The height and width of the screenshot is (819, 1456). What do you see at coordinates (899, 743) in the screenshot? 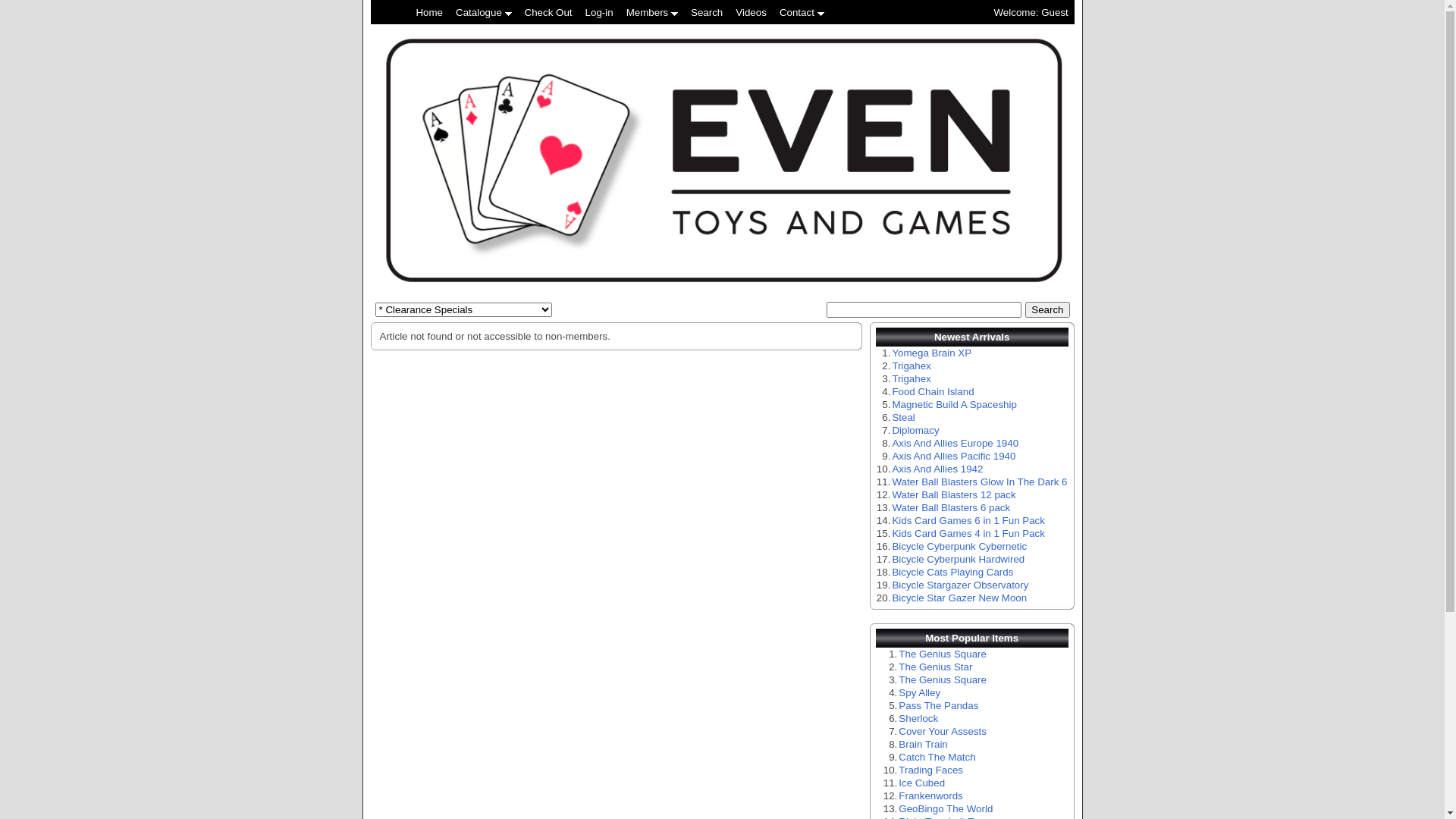
I see `'Brain Train'` at bounding box center [899, 743].